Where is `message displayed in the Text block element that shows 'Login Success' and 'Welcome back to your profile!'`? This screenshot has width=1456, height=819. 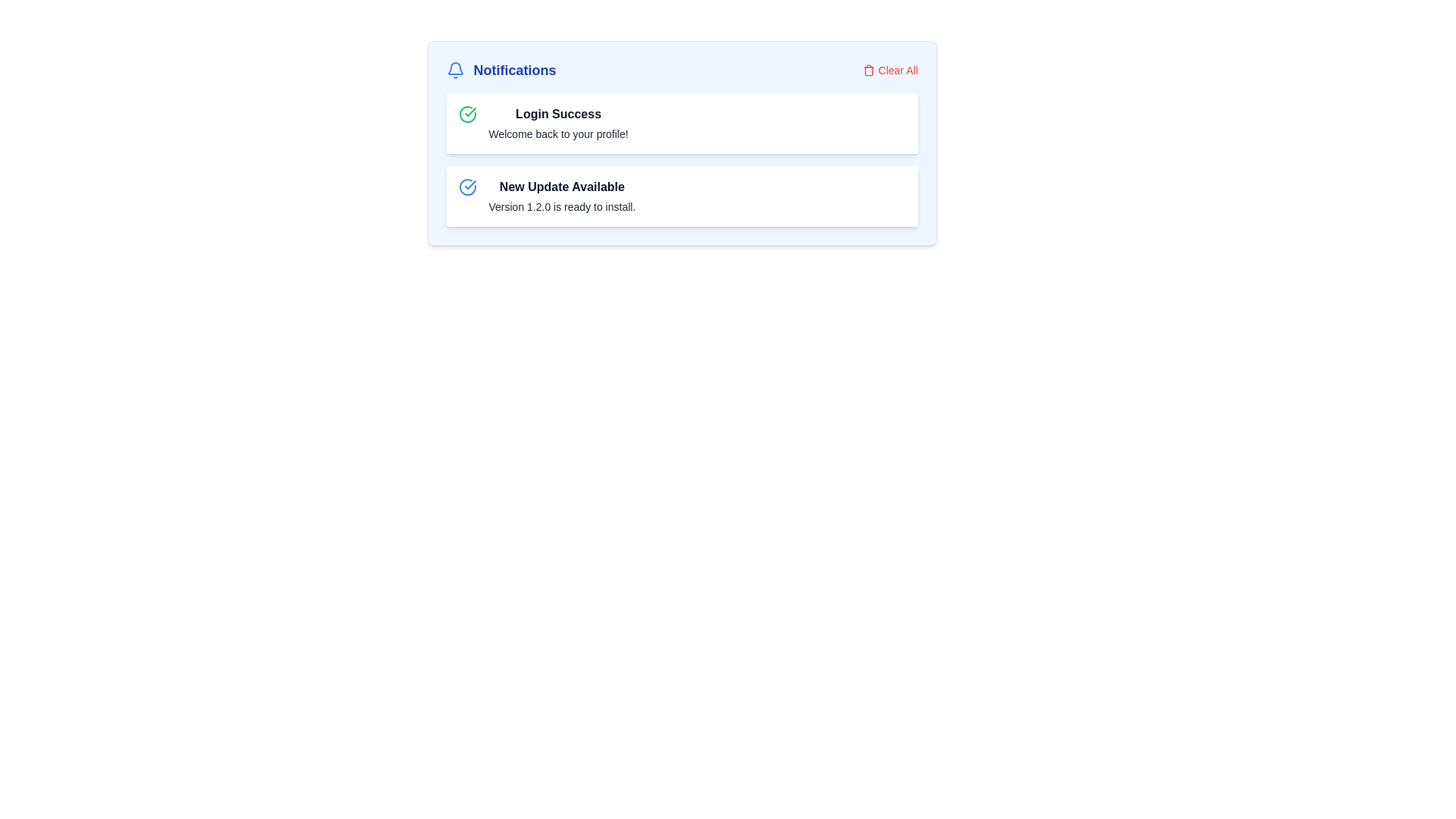 message displayed in the Text block element that shows 'Login Success' and 'Welcome back to your profile!' is located at coordinates (557, 122).